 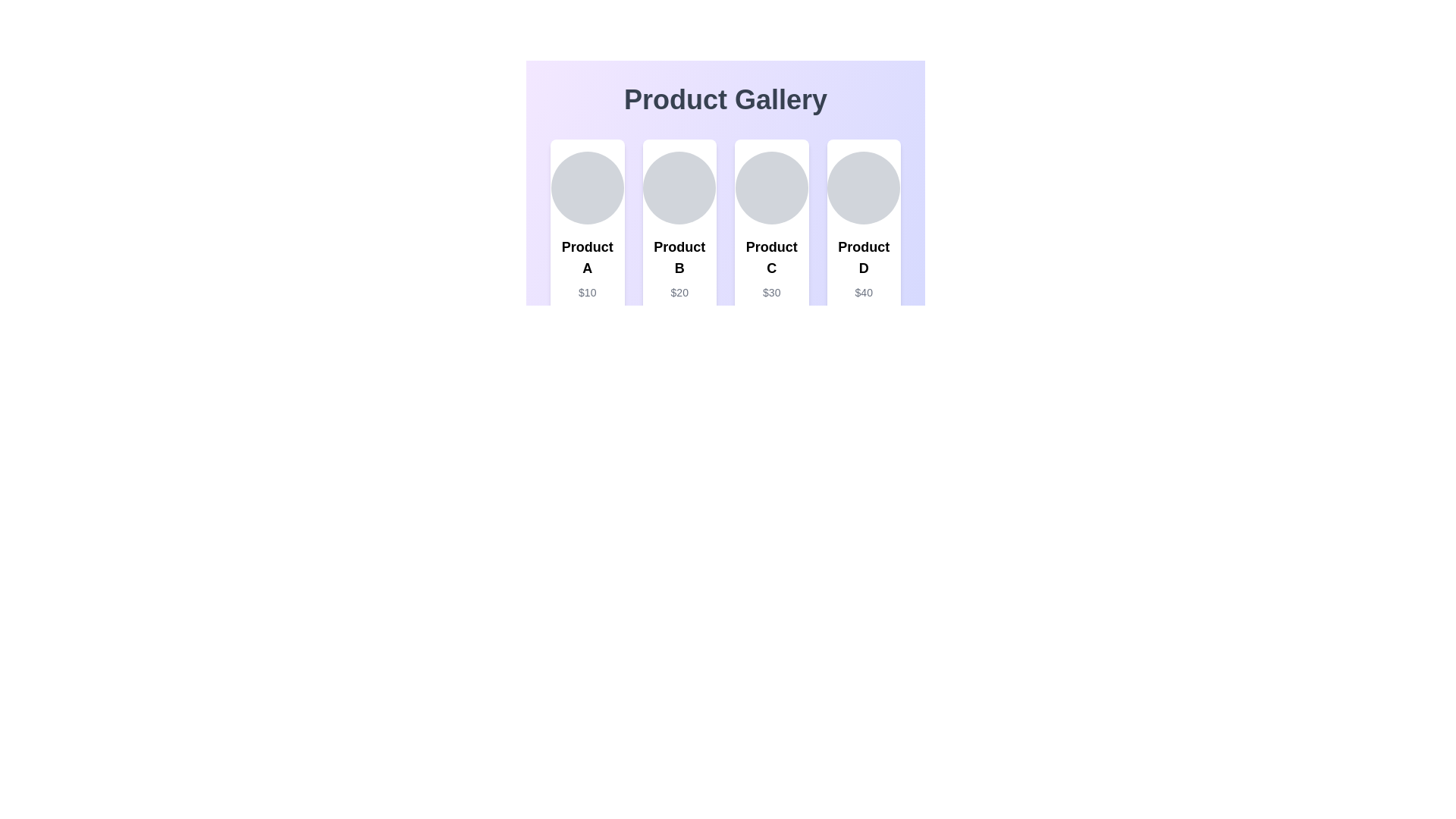 I want to click on visually on the text label displaying '$10' located below 'Product A' in the product card, so click(x=586, y=292).